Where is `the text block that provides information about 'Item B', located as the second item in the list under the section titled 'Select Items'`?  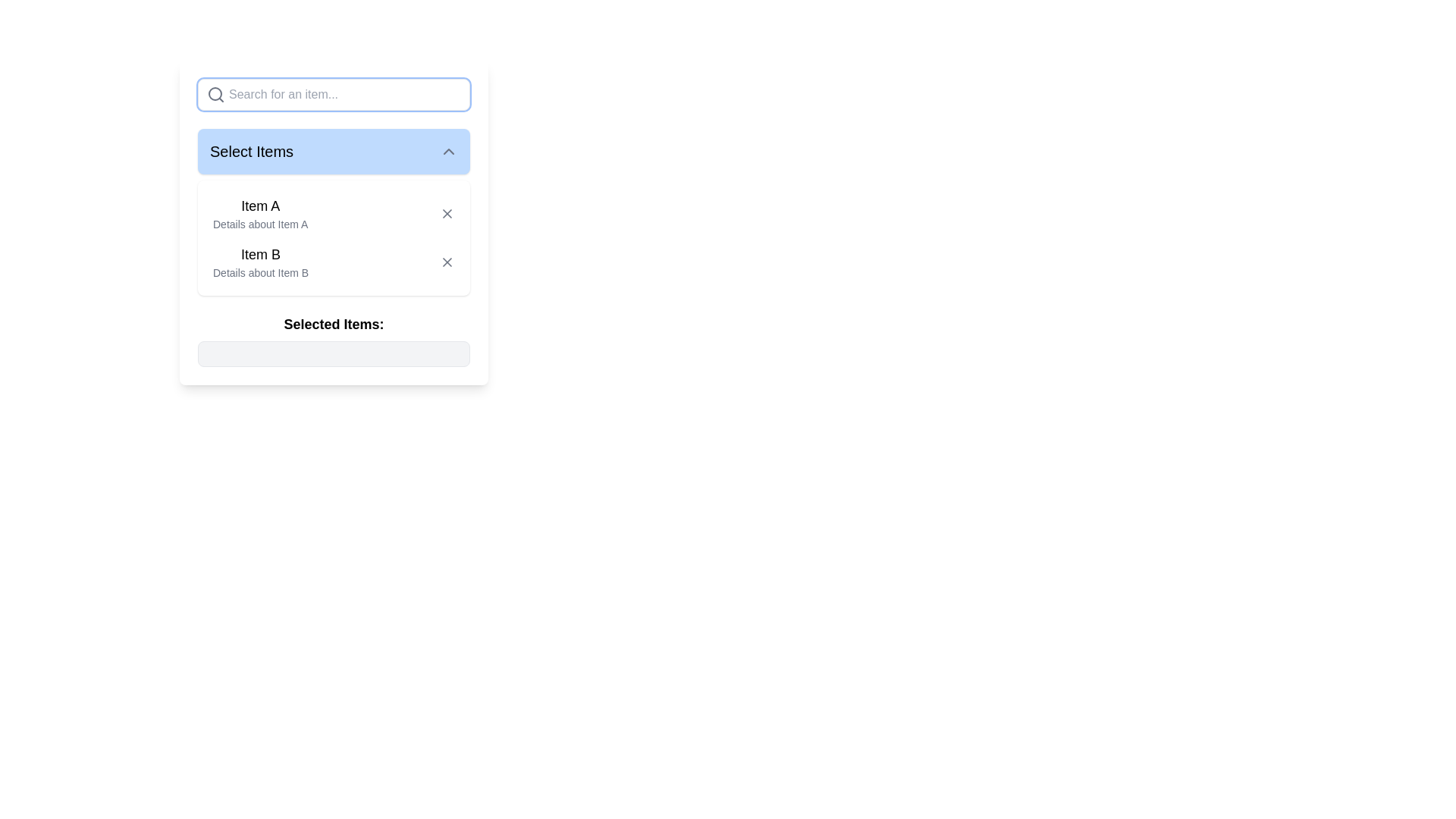
the text block that provides information about 'Item B', located as the second item in the list under the section titled 'Select Items' is located at coordinates (261, 262).